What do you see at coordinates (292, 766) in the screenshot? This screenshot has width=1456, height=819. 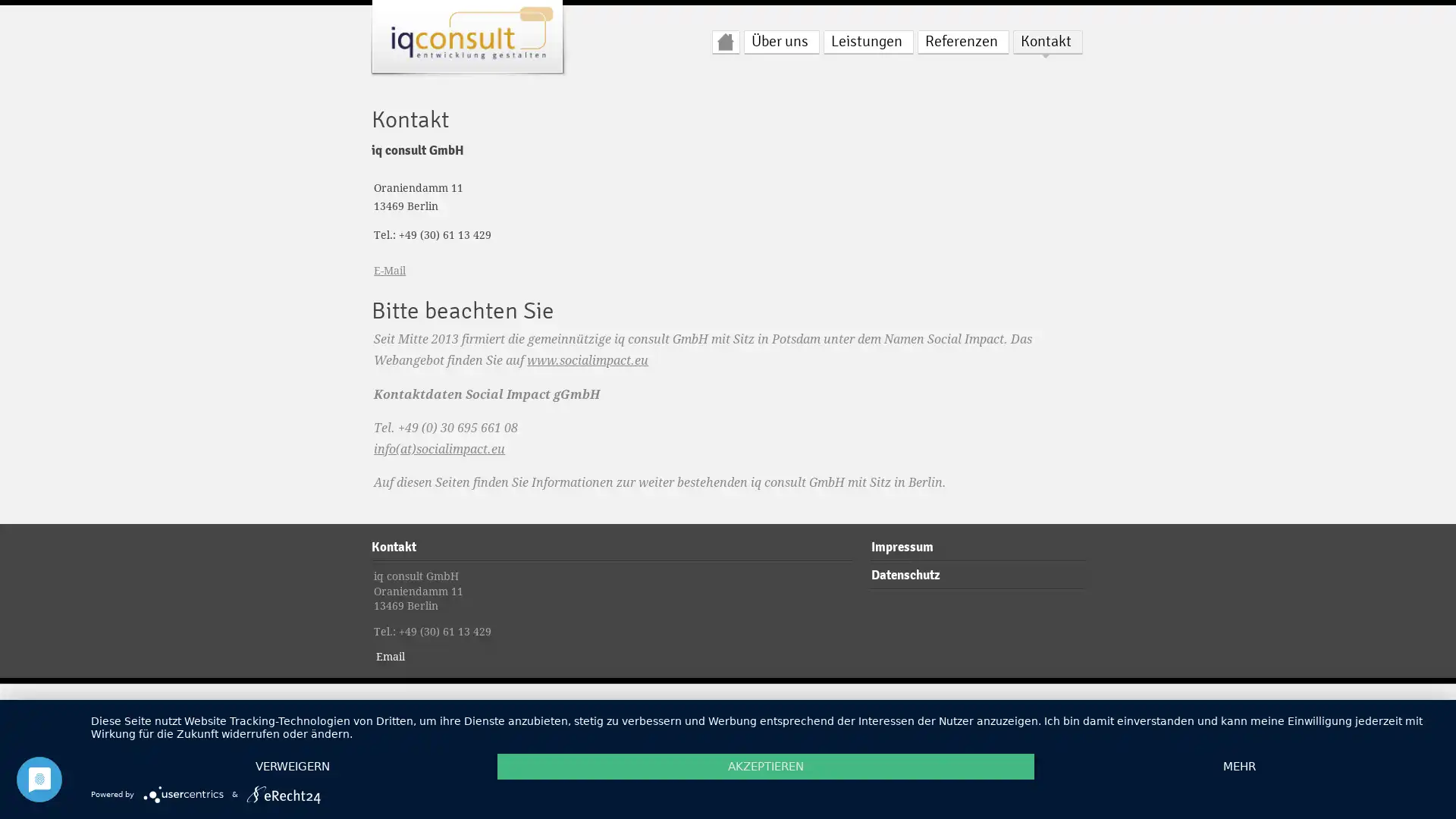 I see `Verweigern` at bounding box center [292, 766].